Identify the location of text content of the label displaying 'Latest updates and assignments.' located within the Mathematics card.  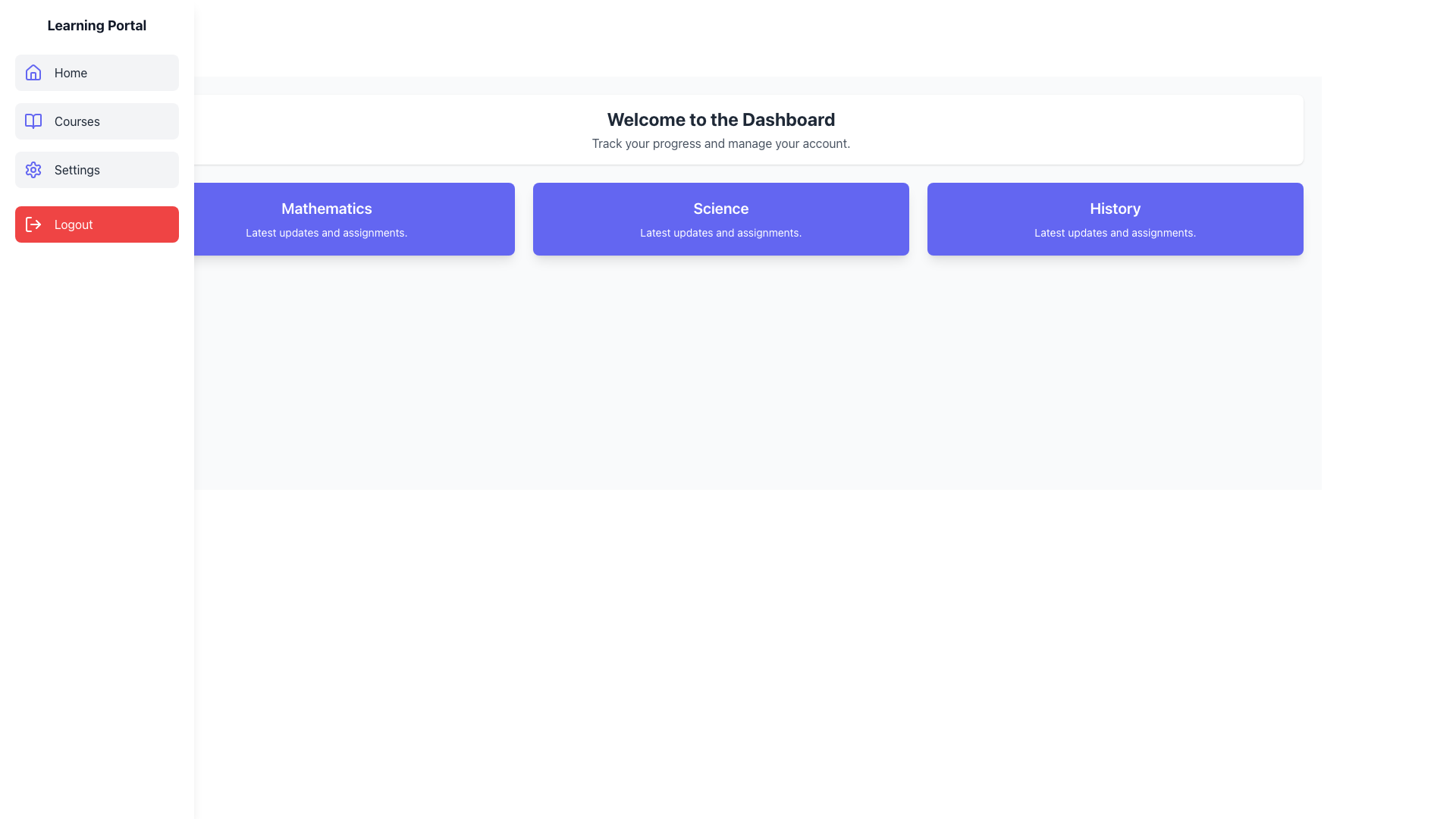
(326, 233).